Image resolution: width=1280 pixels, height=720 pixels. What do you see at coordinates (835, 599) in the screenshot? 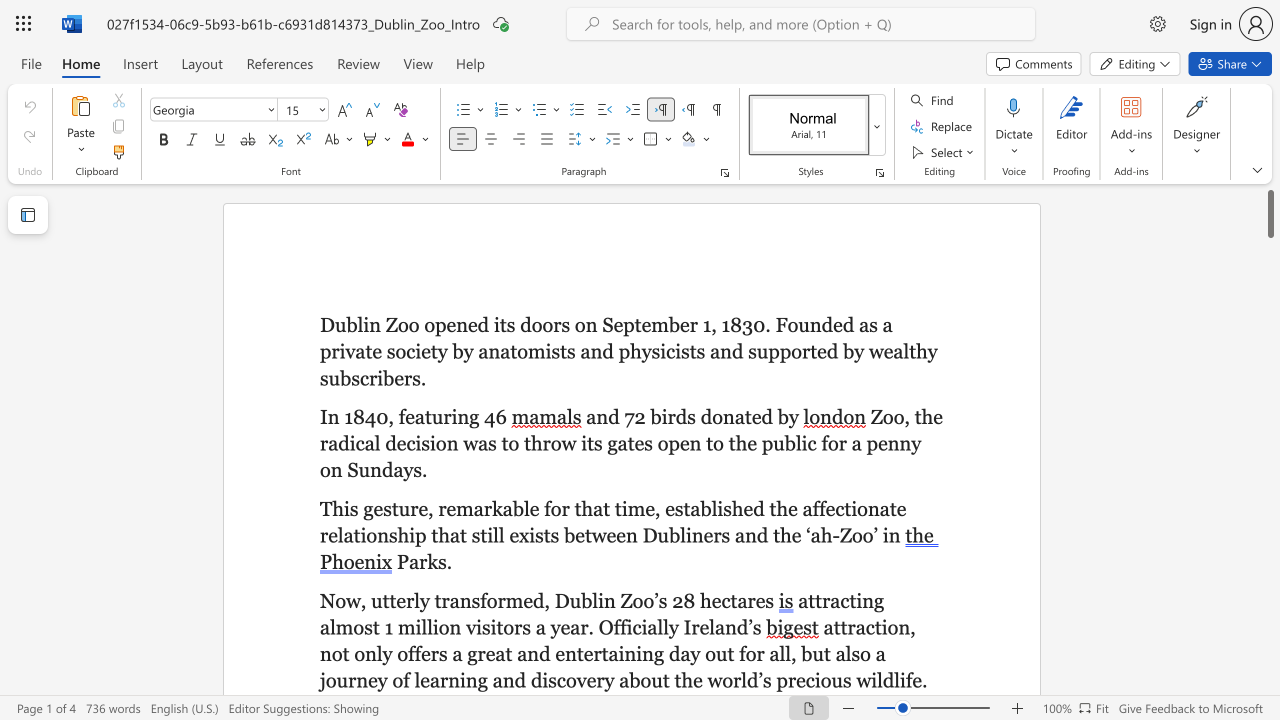
I see `the 2th character "a" in the text` at bounding box center [835, 599].